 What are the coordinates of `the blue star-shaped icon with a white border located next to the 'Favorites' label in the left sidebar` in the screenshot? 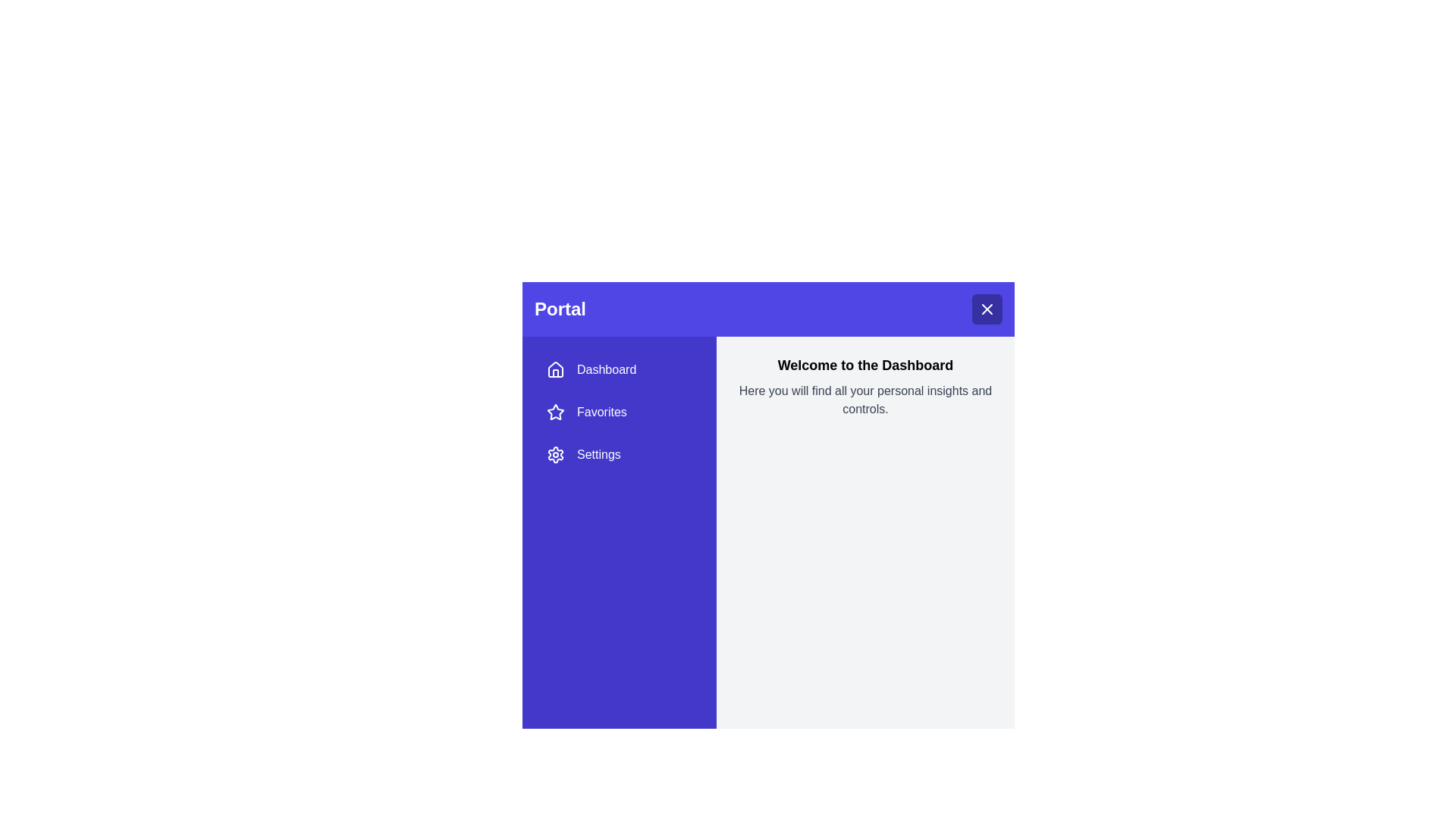 It's located at (555, 412).